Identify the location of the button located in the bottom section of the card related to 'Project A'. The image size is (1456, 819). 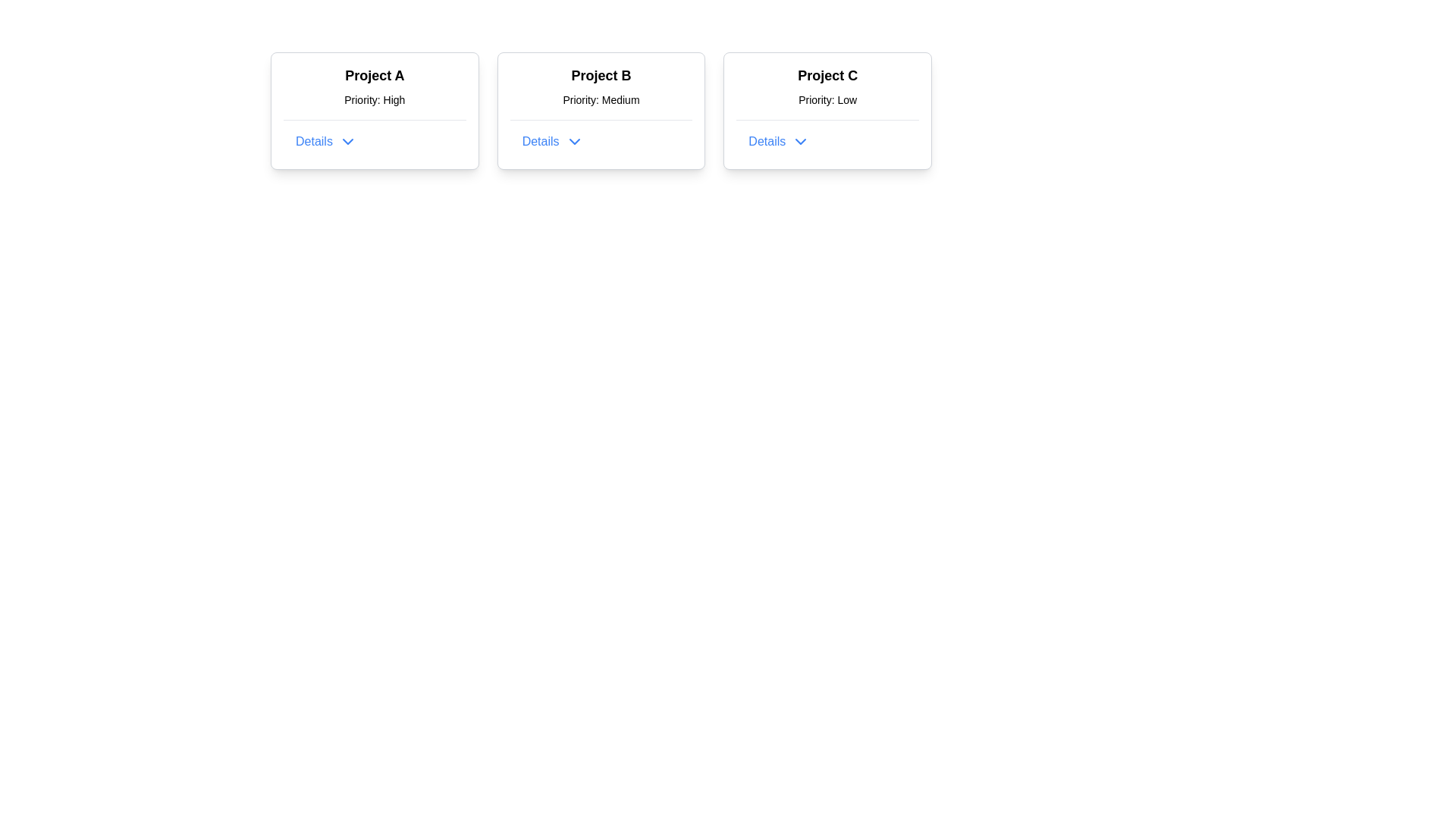
(375, 138).